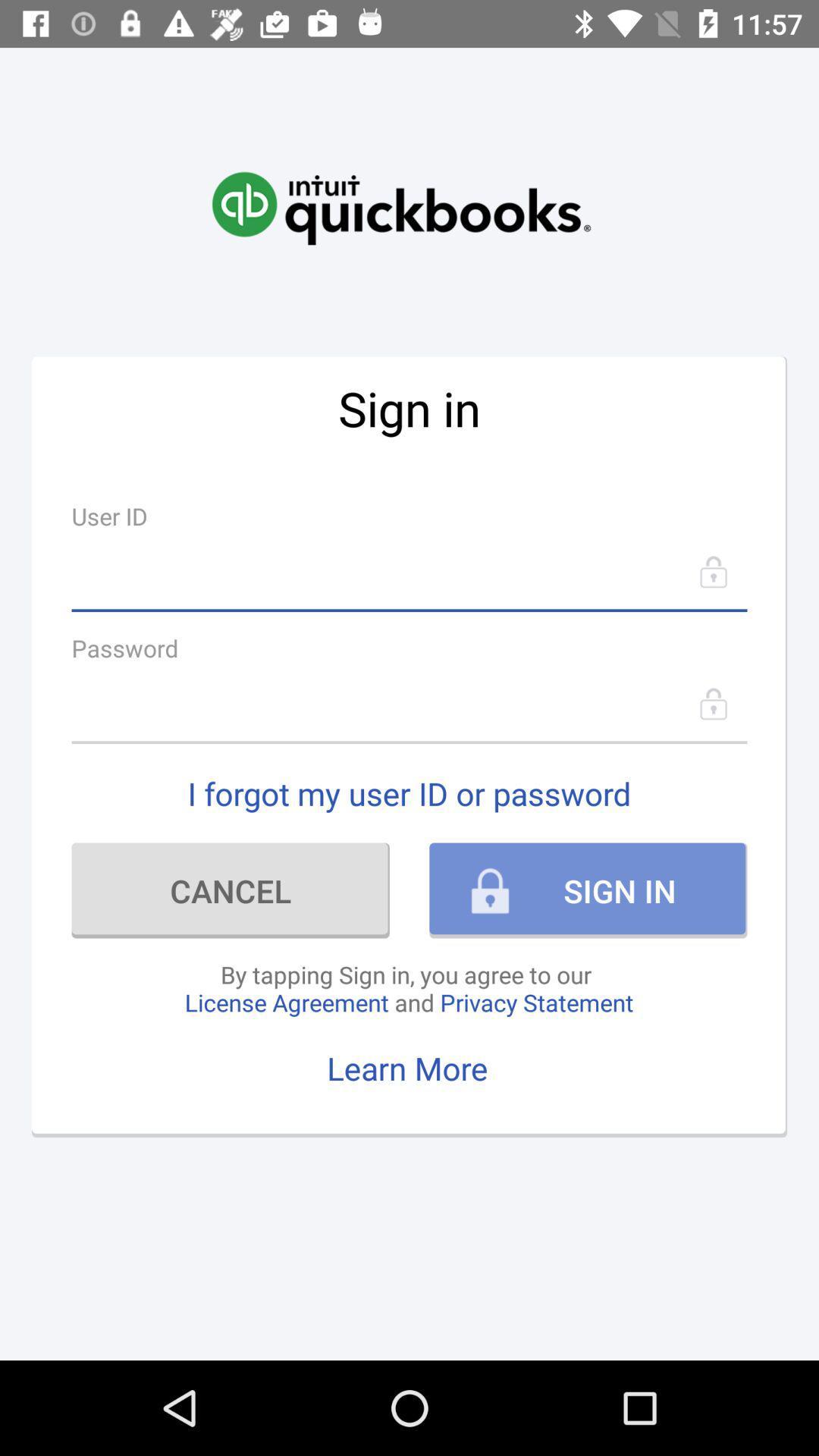 This screenshot has width=819, height=1456. What do you see at coordinates (400, 191) in the screenshot?
I see `icon above sign in` at bounding box center [400, 191].